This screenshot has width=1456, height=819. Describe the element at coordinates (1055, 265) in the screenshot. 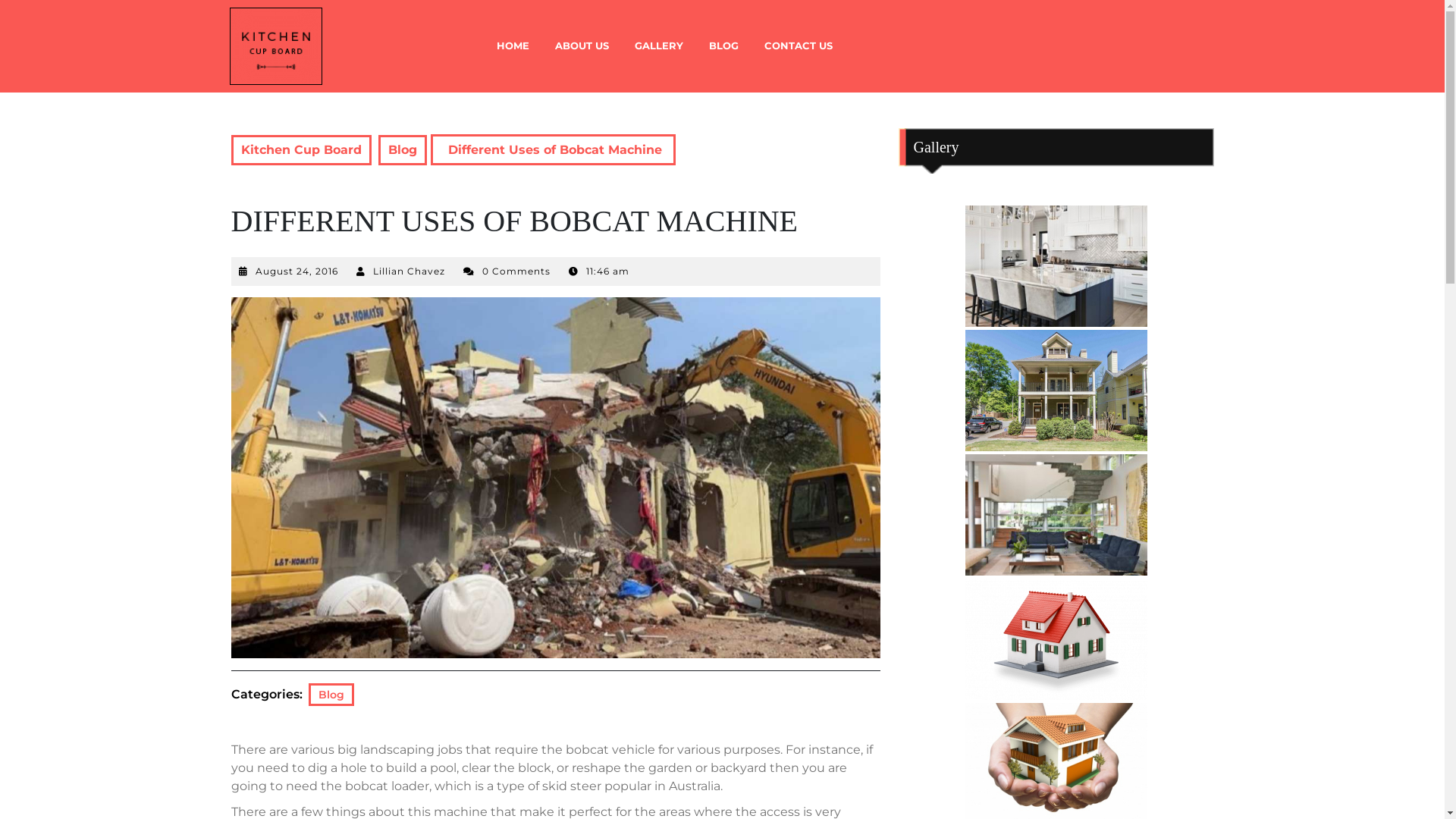

I see `'1'` at that location.